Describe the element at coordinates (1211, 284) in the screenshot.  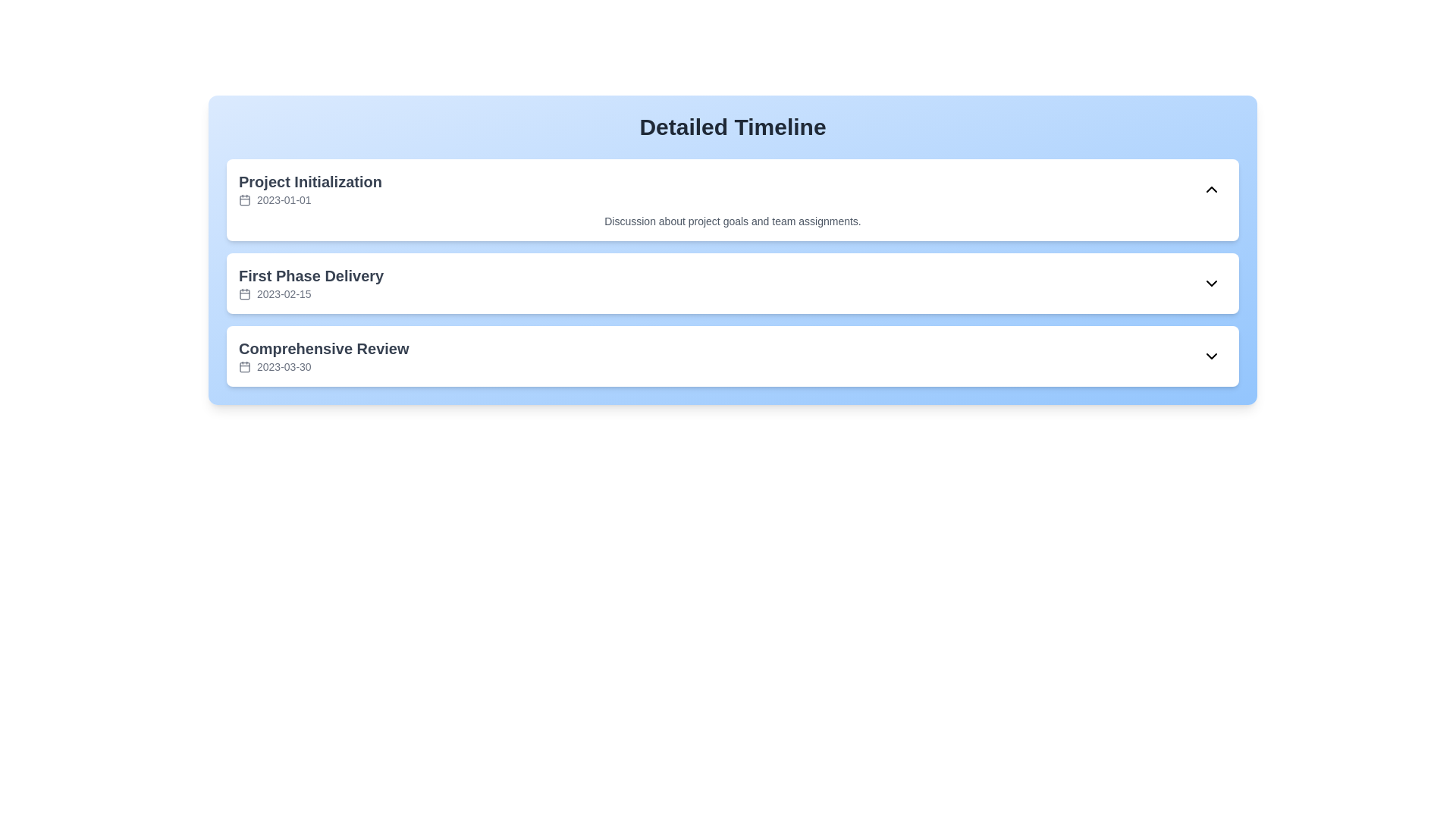
I see `the downward-pointing chevron icon button located near the 'First Phase Delivery' text` at that location.